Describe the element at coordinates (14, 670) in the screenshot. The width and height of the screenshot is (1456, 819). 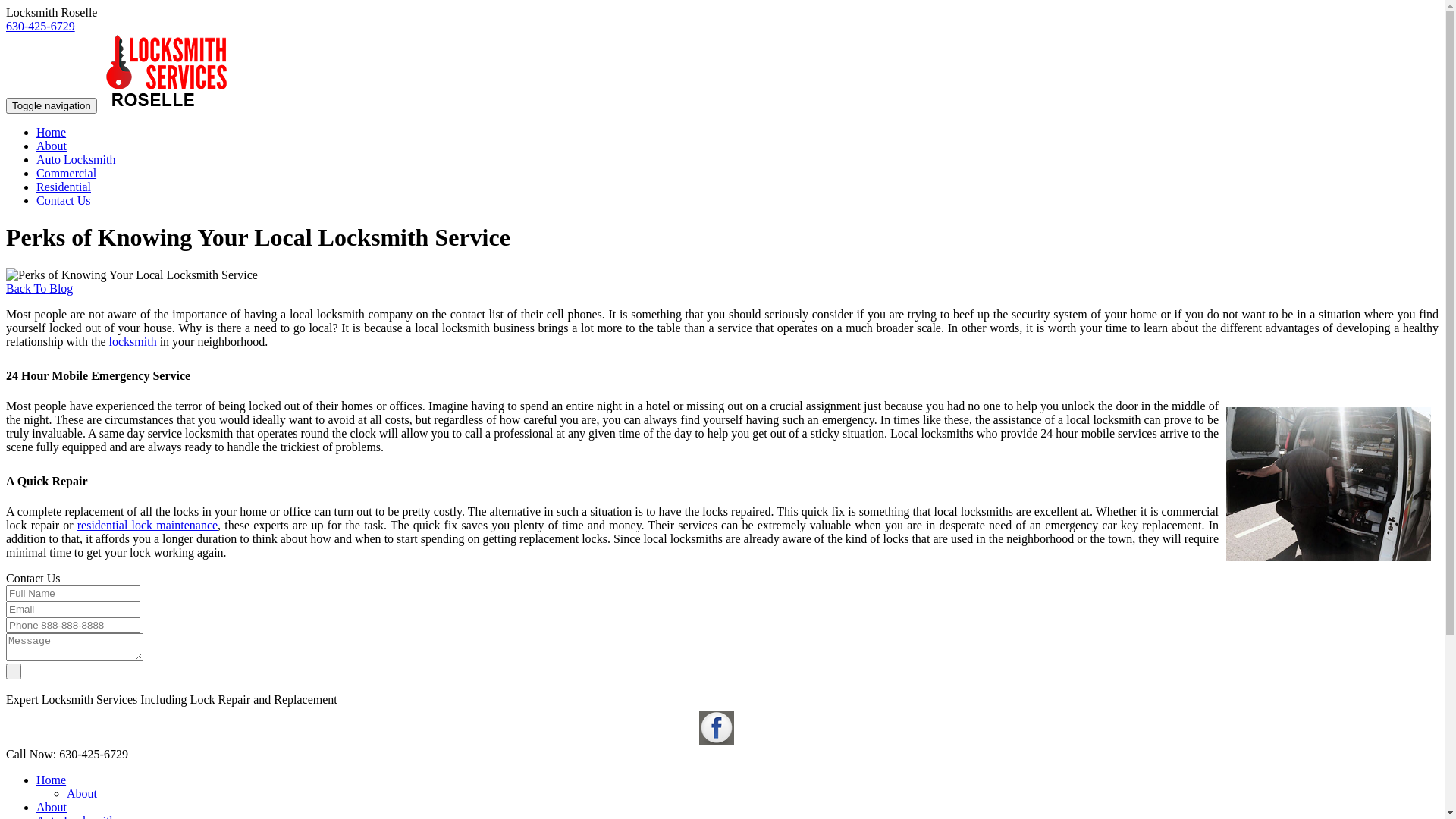
I see `' '` at that location.